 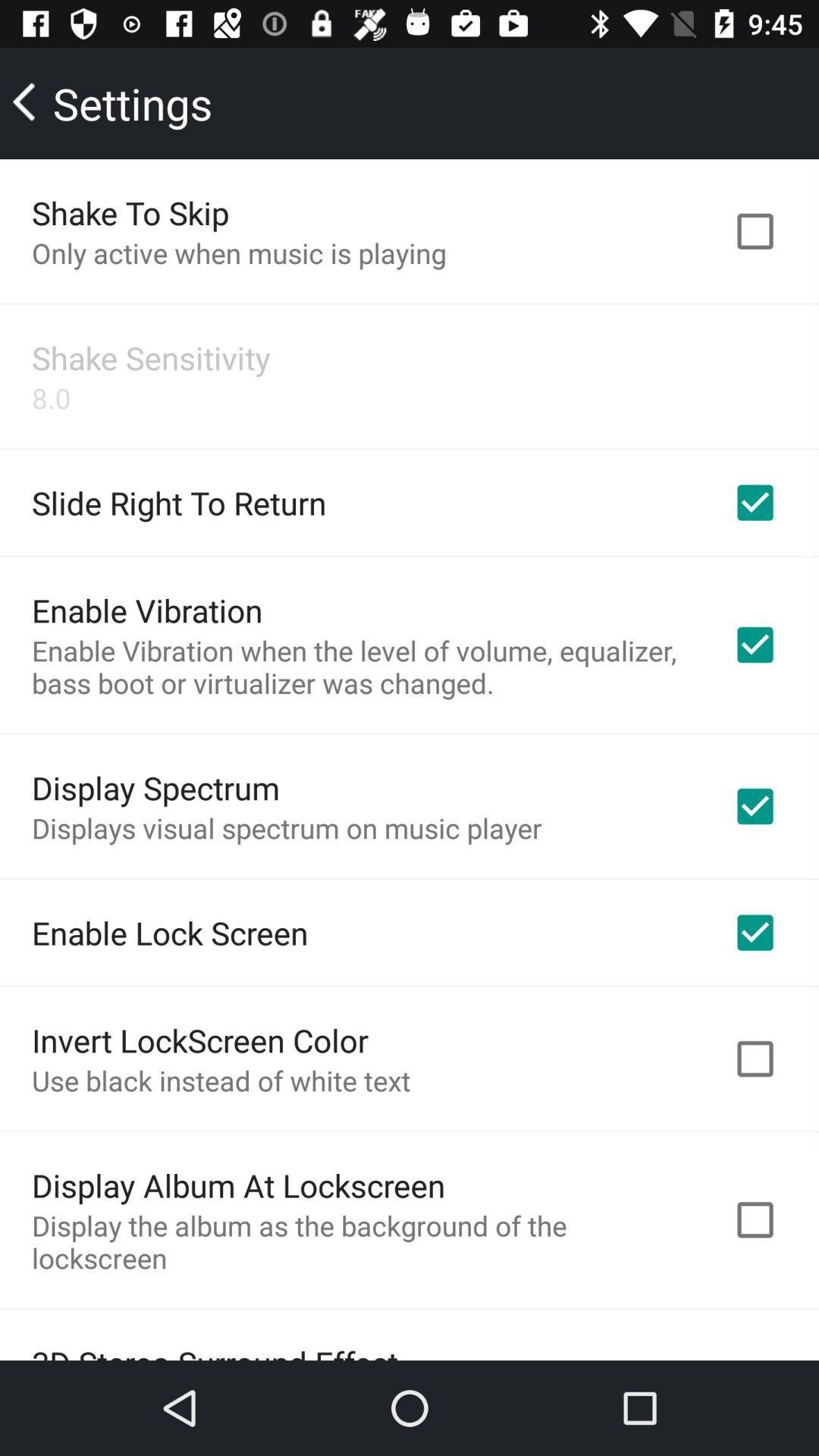 What do you see at coordinates (287, 827) in the screenshot?
I see `the icon above the enable lock screen item` at bounding box center [287, 827].